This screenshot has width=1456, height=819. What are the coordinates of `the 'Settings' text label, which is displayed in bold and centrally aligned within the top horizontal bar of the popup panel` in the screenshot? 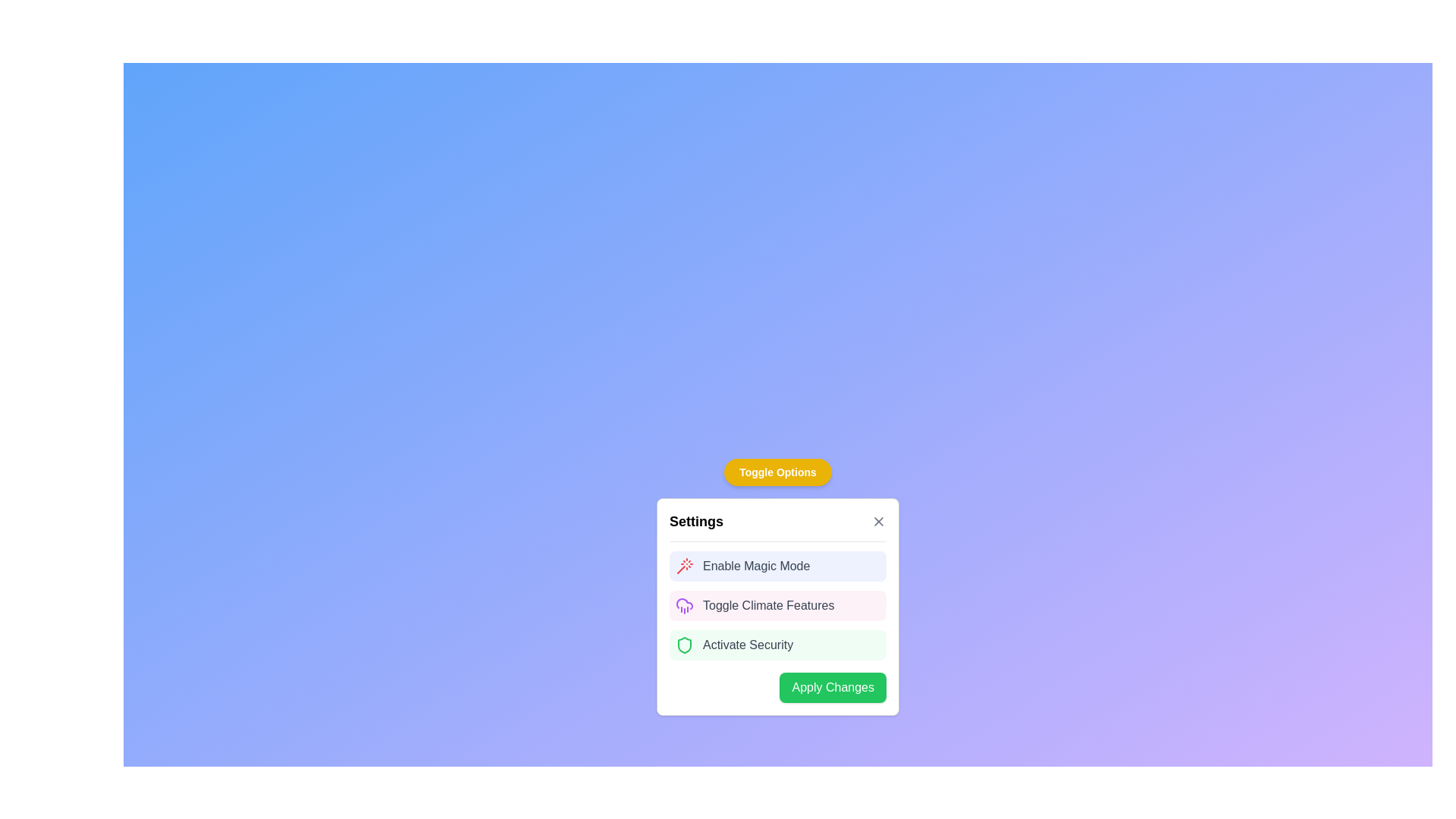 It's located at (695, 520).